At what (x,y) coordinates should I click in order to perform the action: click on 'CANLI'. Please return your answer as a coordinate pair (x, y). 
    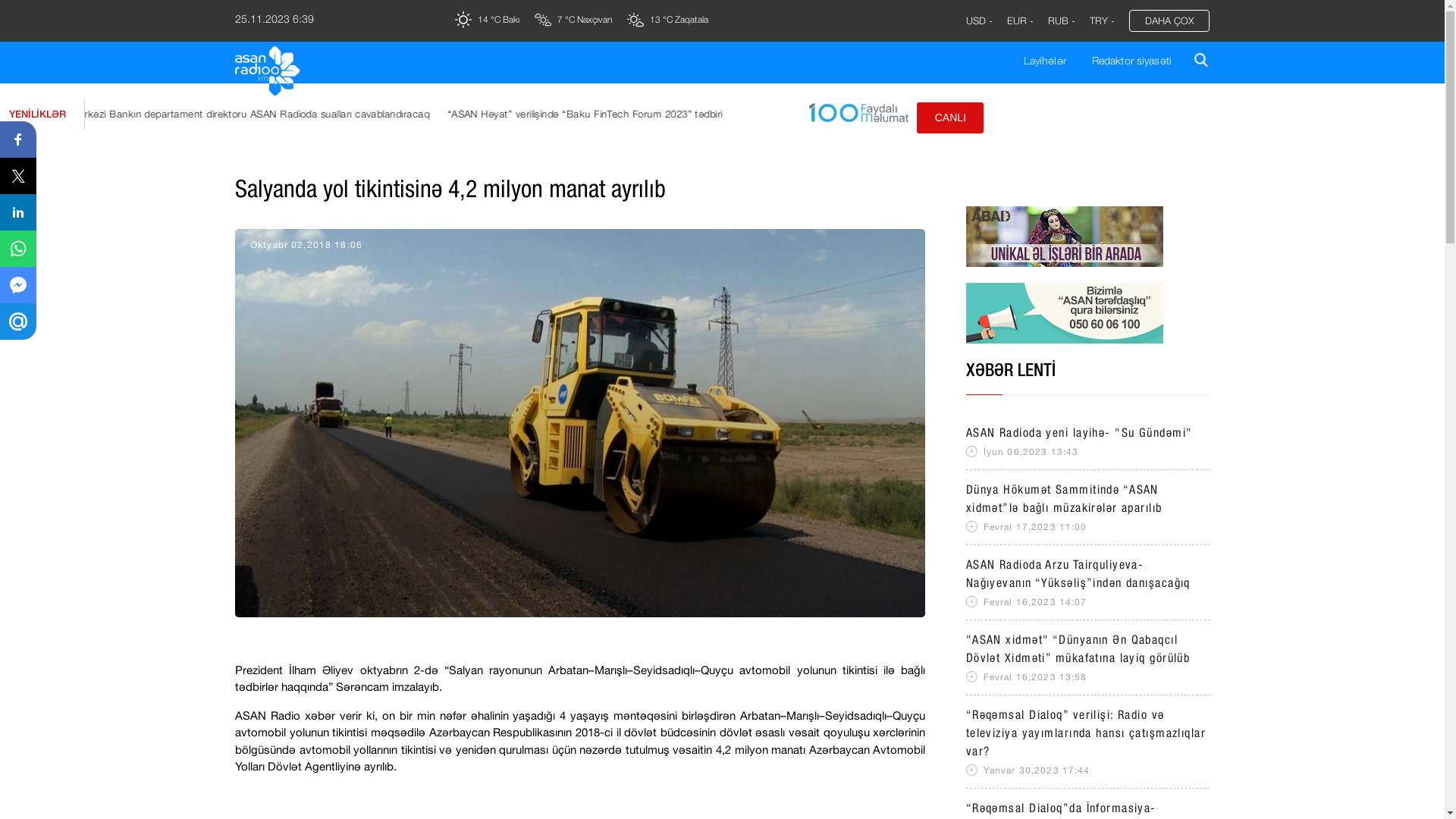
    Looking at the image, I should click on (949, 117).